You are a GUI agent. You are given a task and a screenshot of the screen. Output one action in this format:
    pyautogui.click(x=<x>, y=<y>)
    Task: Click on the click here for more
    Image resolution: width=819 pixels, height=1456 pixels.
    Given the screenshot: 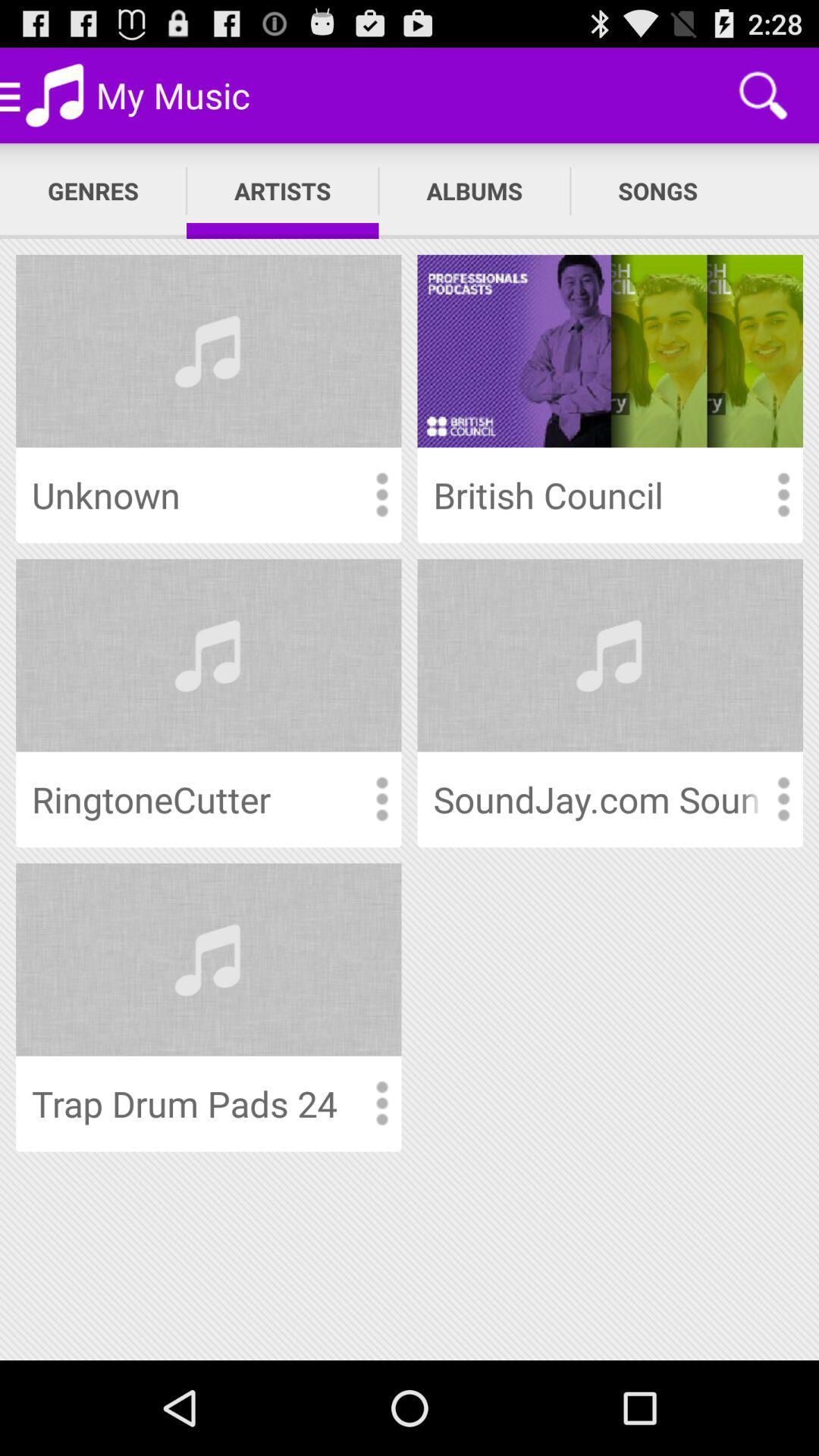 What is the action you would take?
    pyautogui.click(x=783, y=495)
    